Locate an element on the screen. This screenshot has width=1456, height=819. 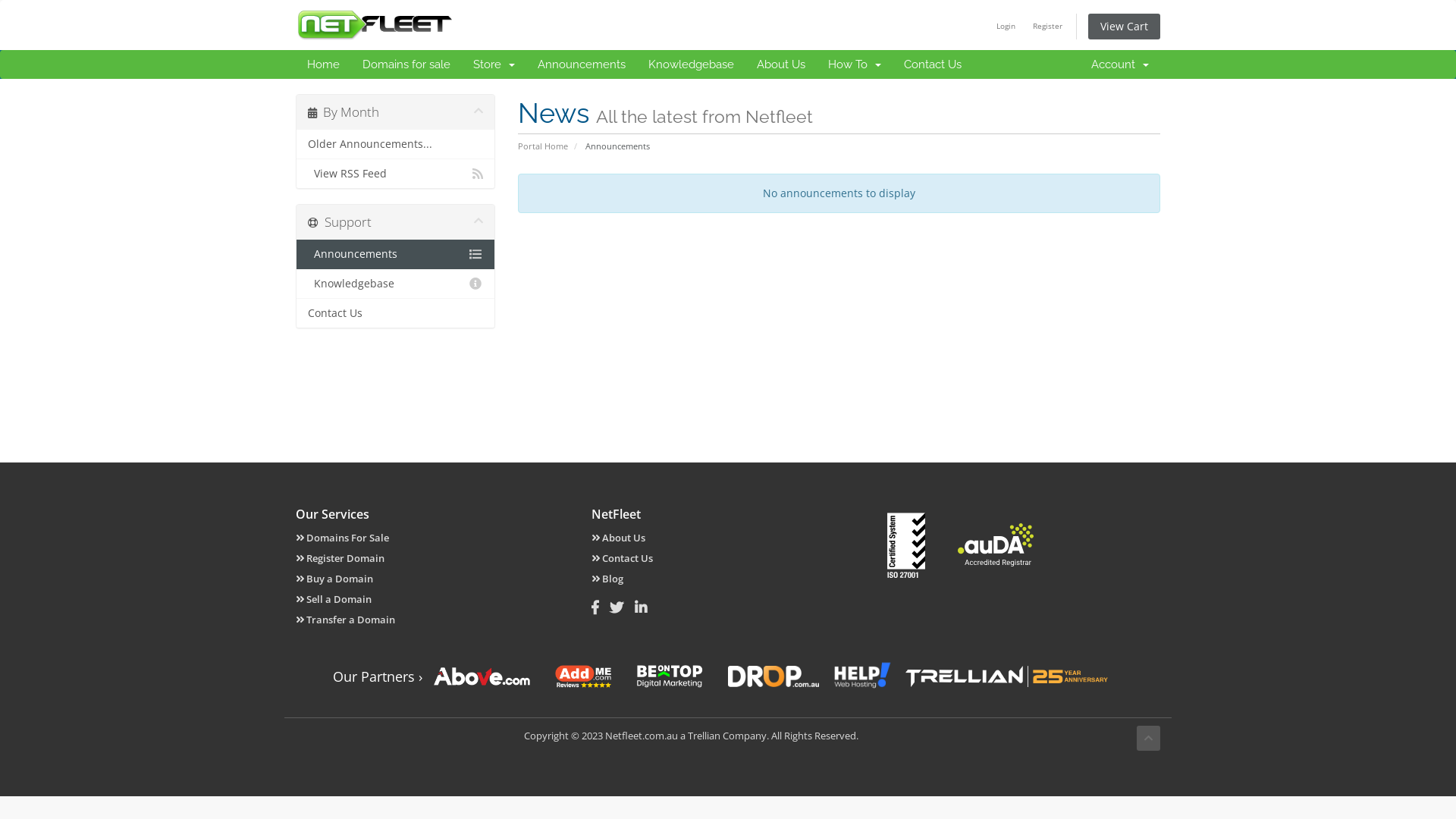
'  View RSS Feed' is located at coordinates (395, 172).